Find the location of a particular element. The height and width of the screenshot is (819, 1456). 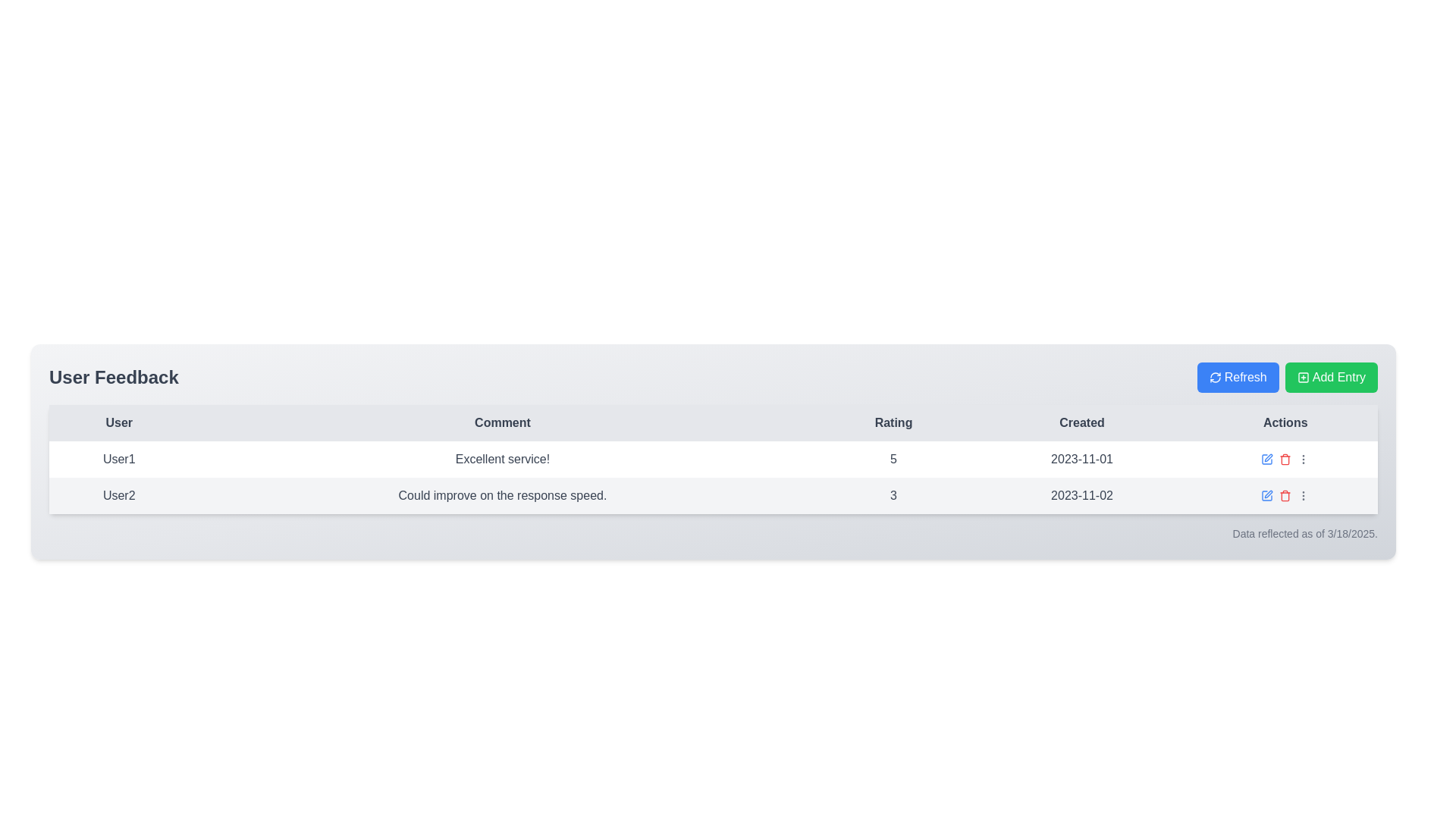

the 'Add Entry' button located in the top right corner of the displayed section above the table, which features an icon to the left of the text 'Add Entry' is located at coordinates (1302, 376).